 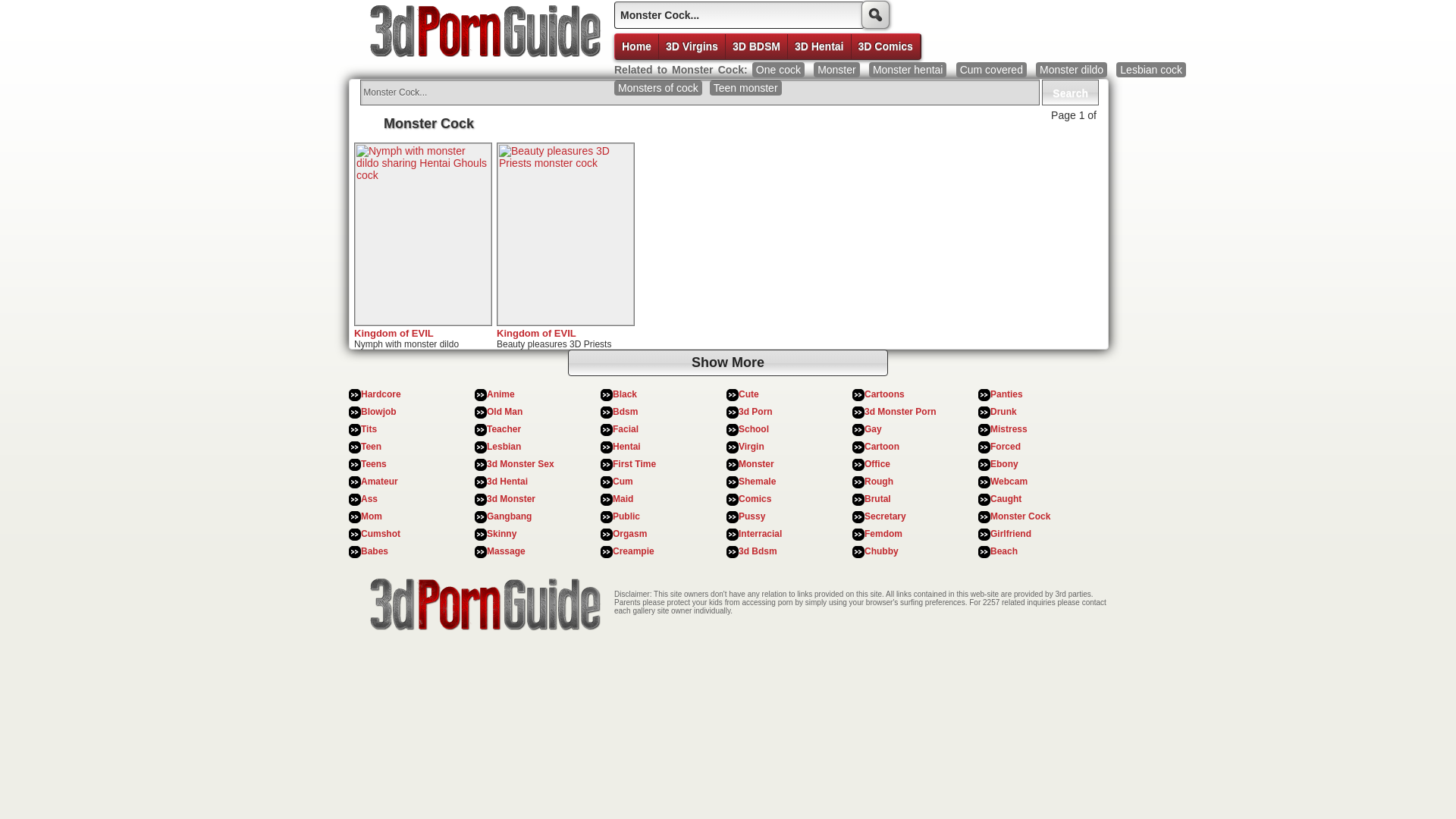 What do you see at coordinates (487, 499) in the screenshot?
I see `'3d Monster'` at bounding box center [487, 499].